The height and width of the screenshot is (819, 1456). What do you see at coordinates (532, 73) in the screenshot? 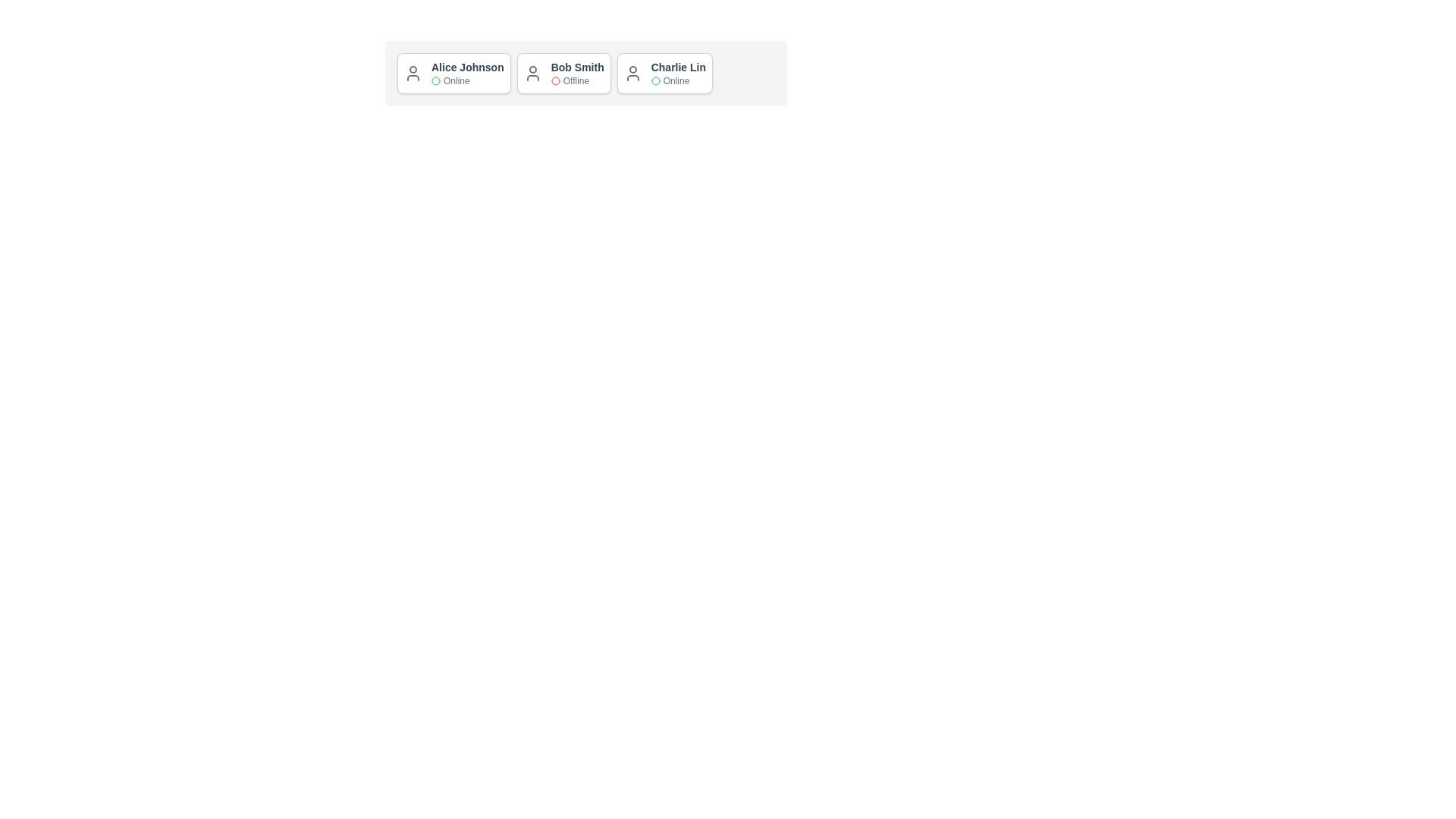
I see `the user icon corresponding to Bob Smith` at bounding box center [532, 73].